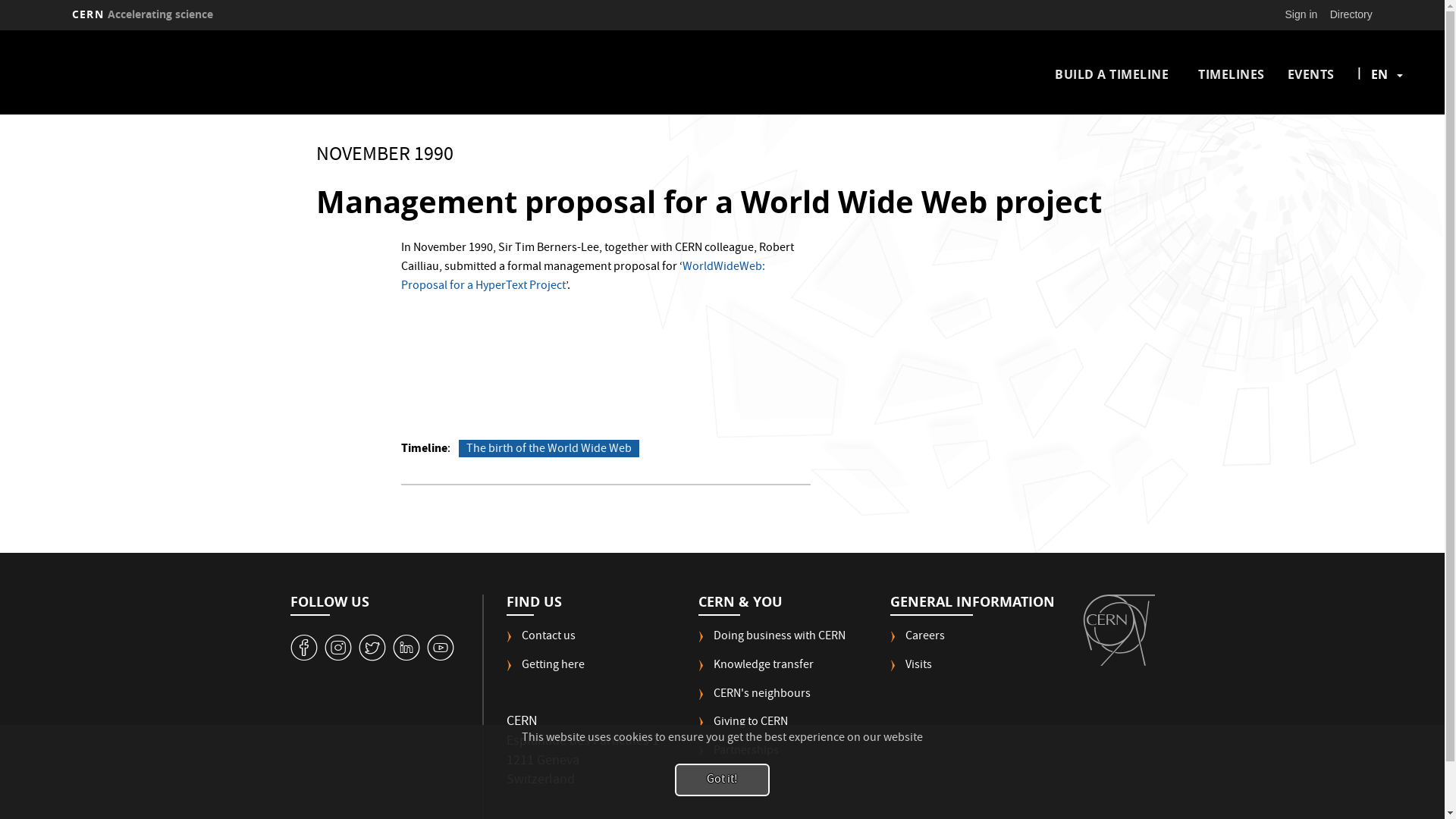 Image resolution: width=1456 pixels, height=819 pixels. What do you see at coordinates (910, 671) in the screenshot?
I see `'Visits'` at bounding box center [910, 671].